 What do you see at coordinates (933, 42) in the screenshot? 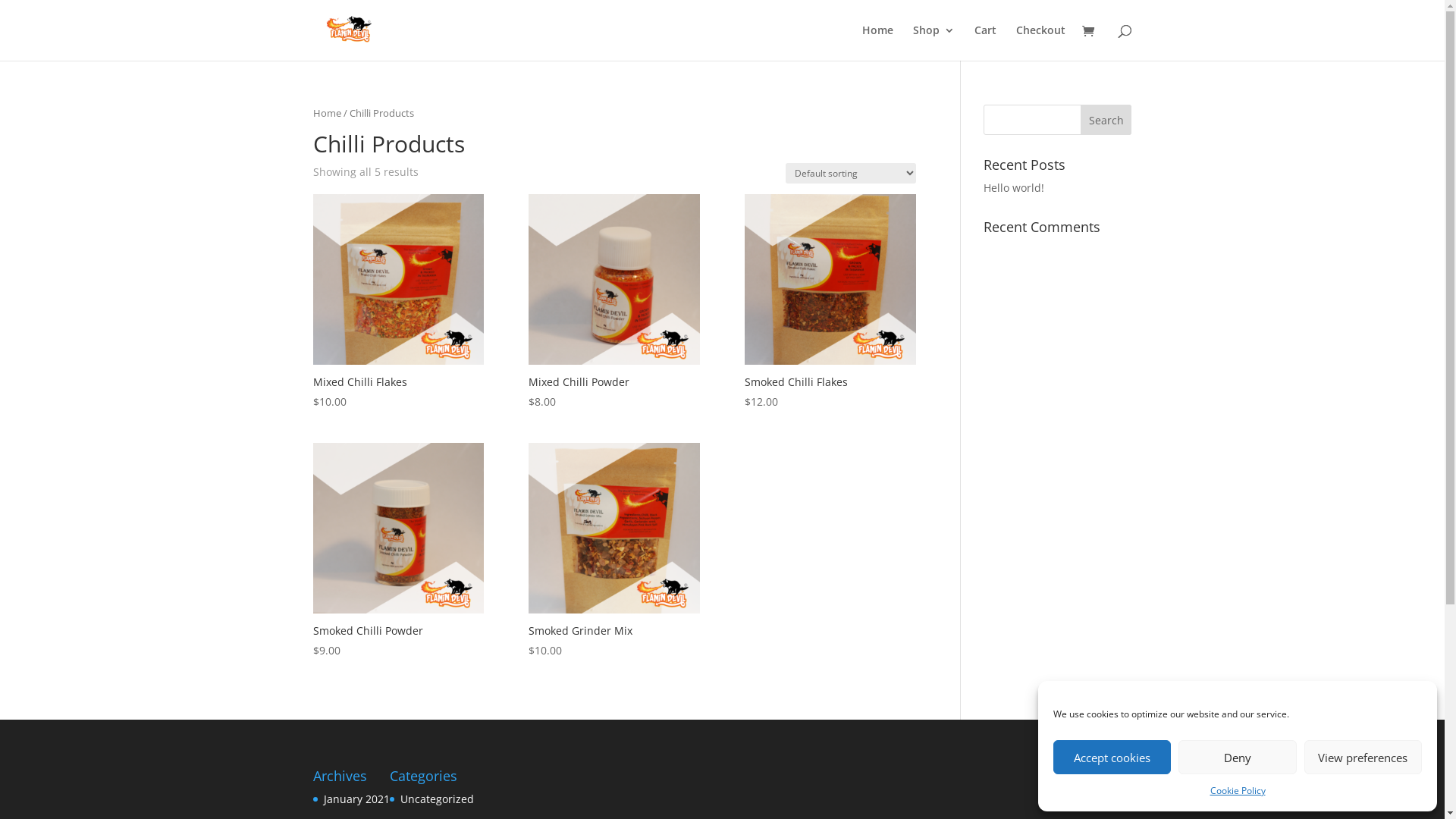
I see `'Shop'` at bounding box center [933, 42].